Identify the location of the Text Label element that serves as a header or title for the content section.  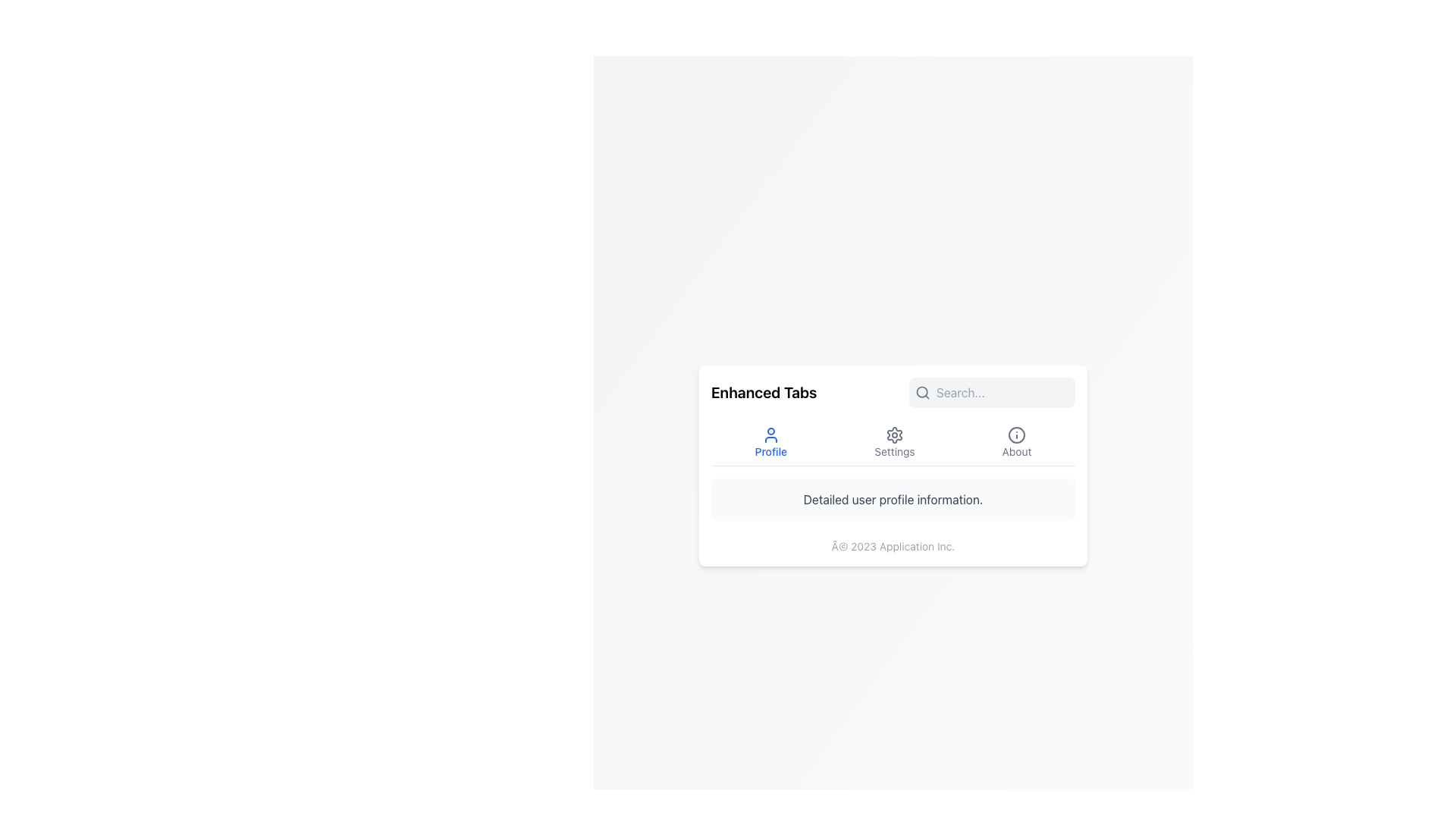
(764, 391).